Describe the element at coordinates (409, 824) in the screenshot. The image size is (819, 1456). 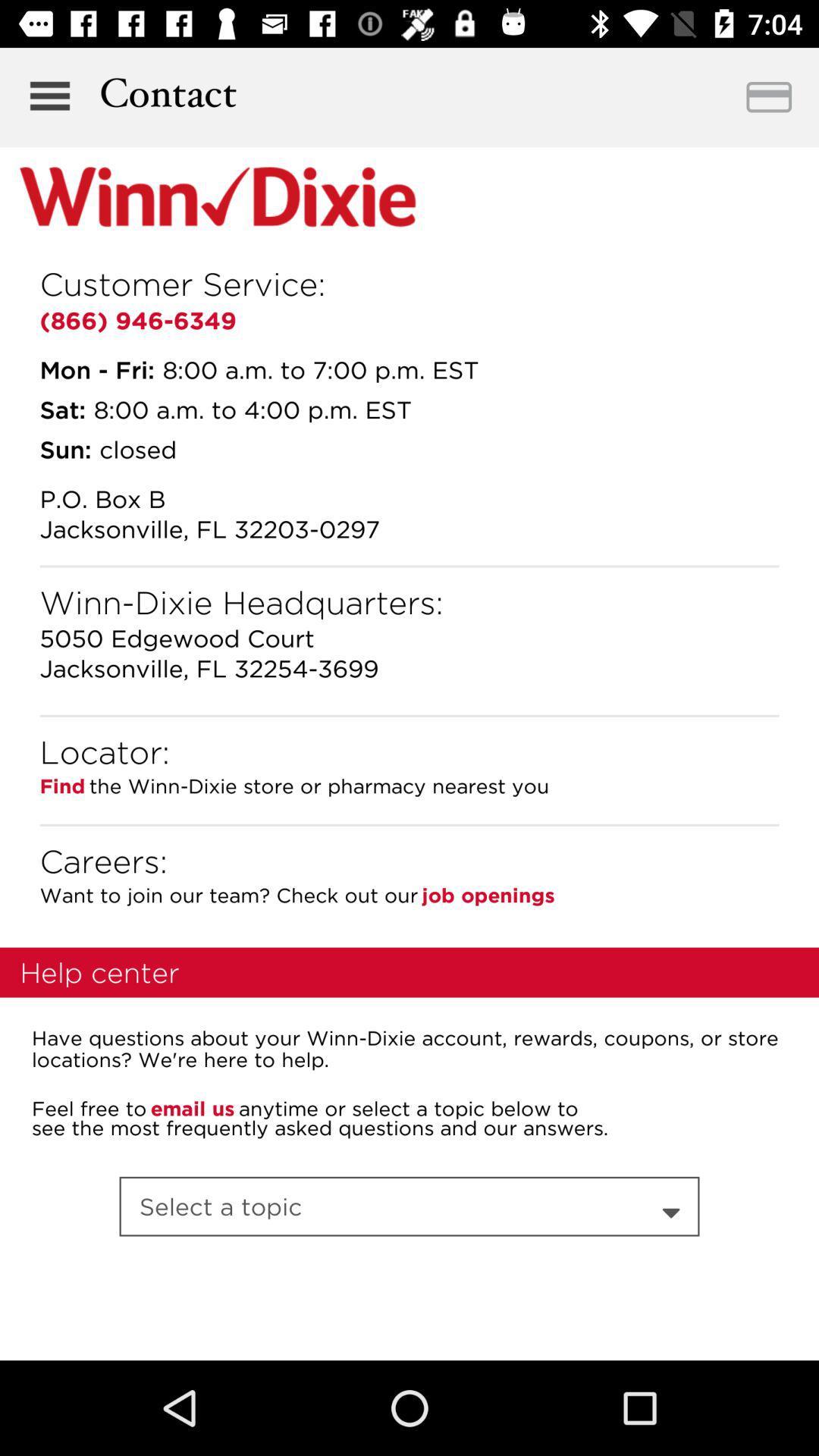
I see `icon above the careers: icon` at that location.